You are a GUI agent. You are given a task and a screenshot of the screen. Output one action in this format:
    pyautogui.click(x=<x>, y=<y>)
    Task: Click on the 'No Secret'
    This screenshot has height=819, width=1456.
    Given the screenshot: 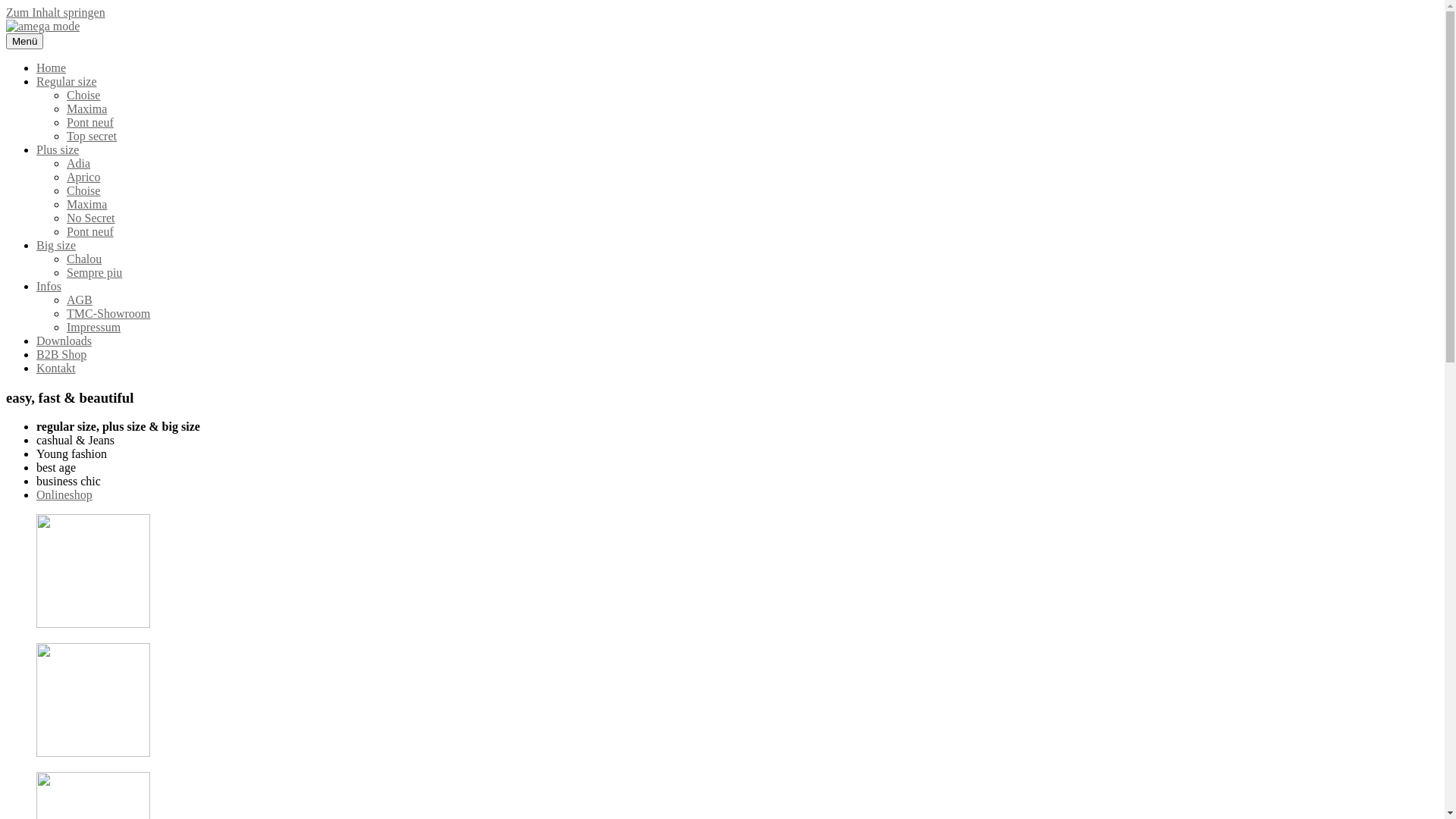 What is the action you would take?
    pyautogui.click(x=90, y=218)
    